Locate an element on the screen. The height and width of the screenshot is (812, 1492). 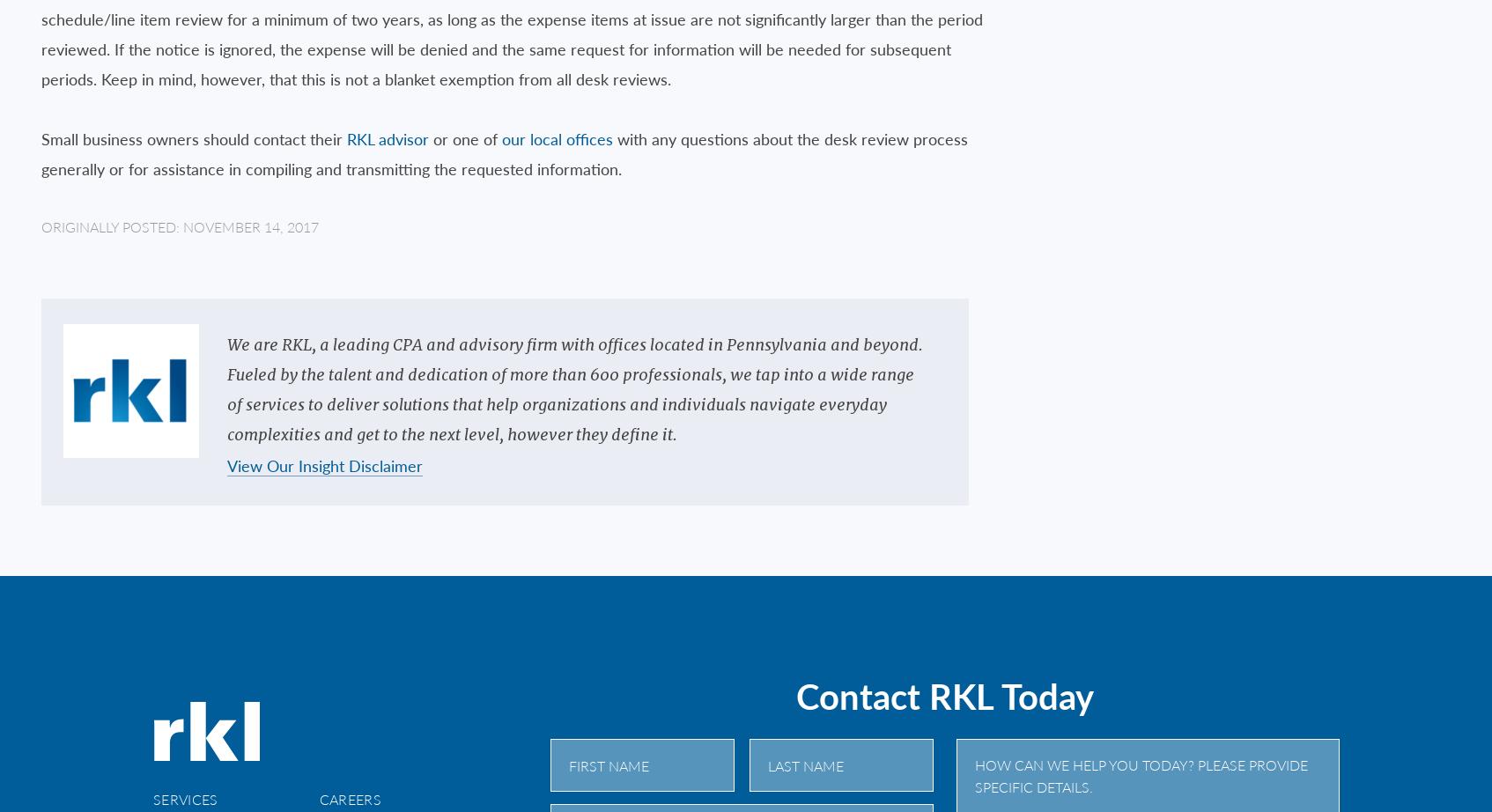
'Services' is located at coordinates (185, 797).